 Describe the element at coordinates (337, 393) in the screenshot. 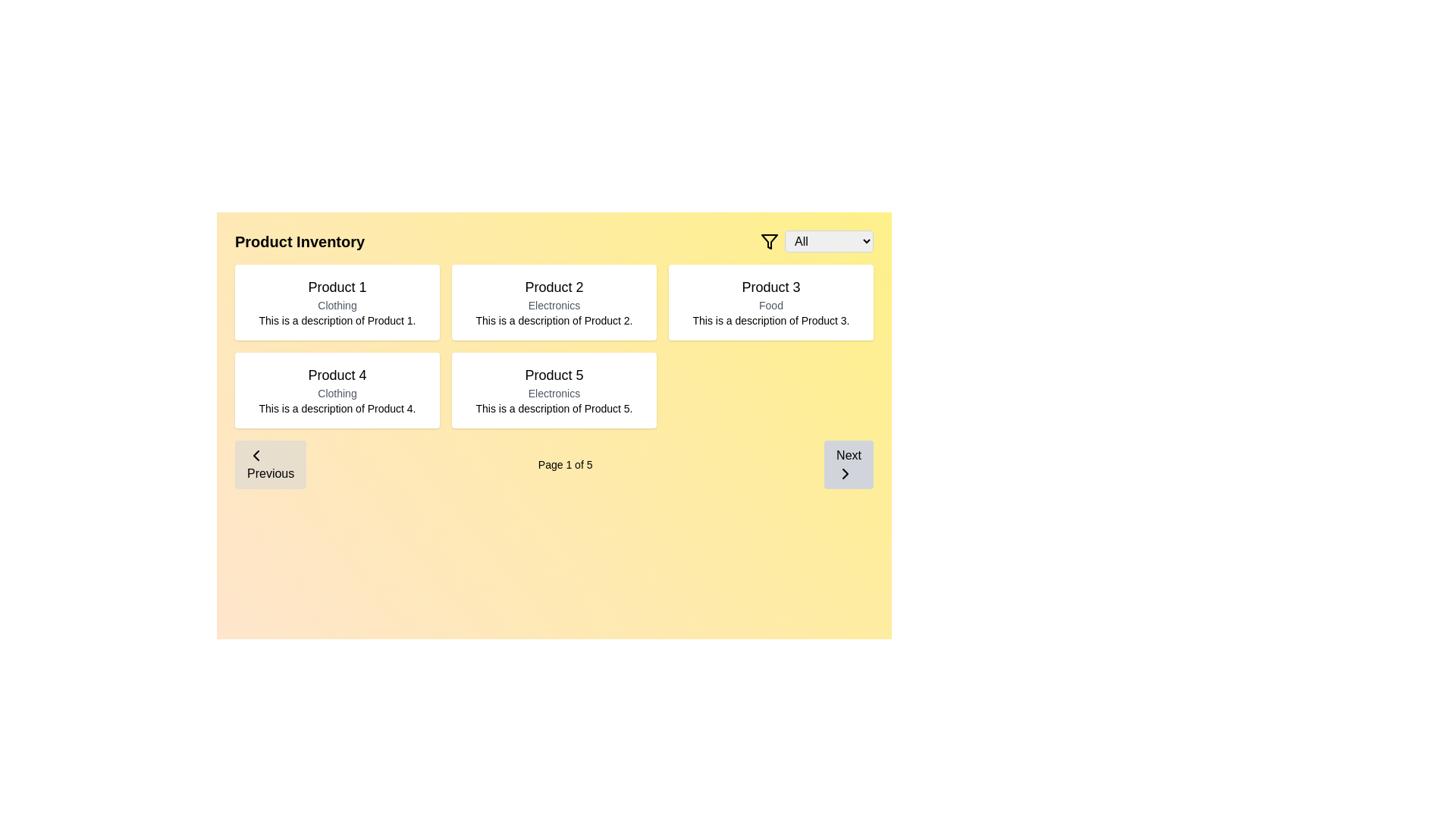

I see `text displayed in the 'Clothing' label, which is in a small, light gray font located beneath the title 'Product 4' and above the description text within the bordered card` at that location.